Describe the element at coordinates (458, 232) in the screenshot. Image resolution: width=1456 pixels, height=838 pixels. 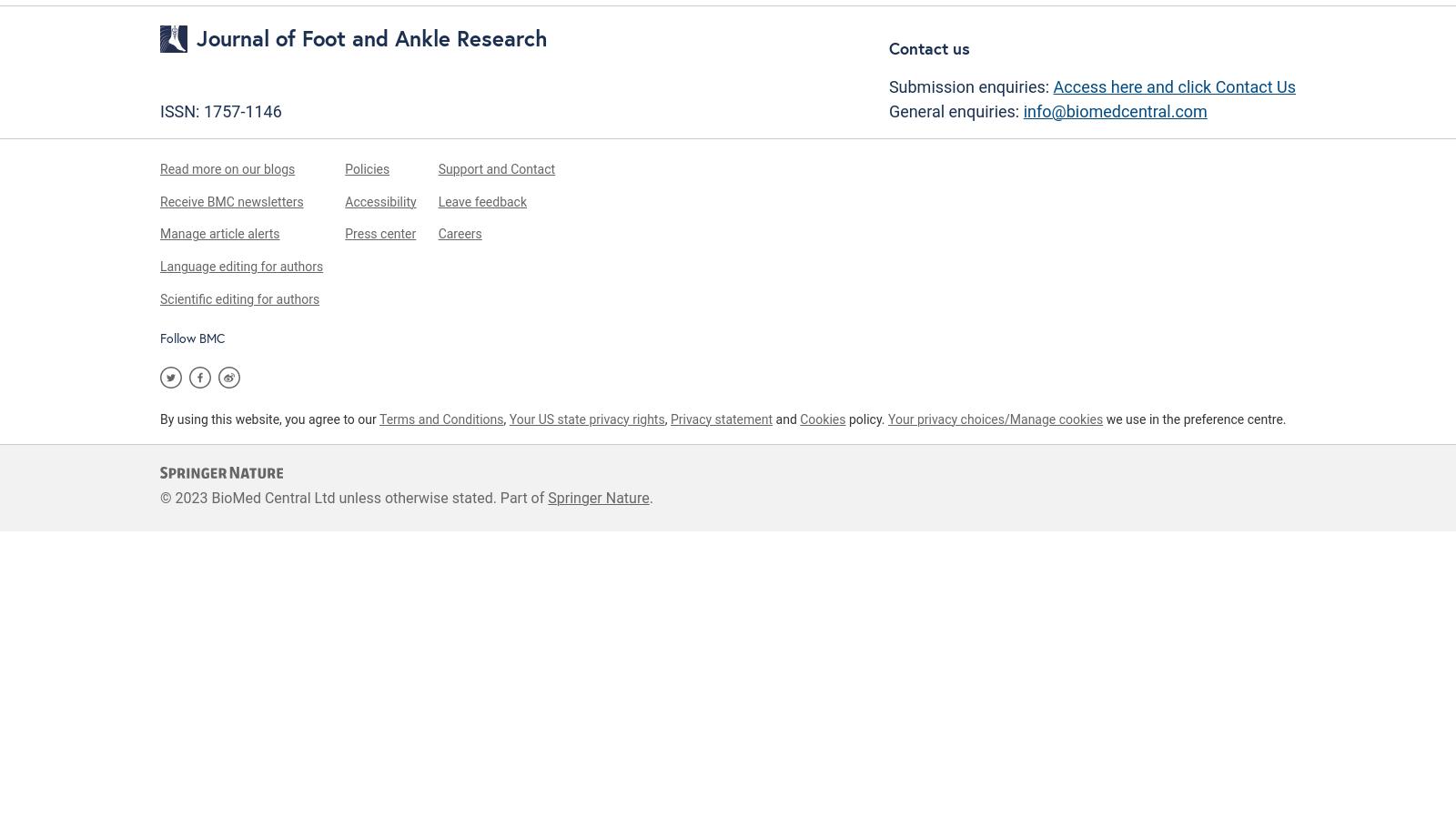
I see `'Careers'` at that location.